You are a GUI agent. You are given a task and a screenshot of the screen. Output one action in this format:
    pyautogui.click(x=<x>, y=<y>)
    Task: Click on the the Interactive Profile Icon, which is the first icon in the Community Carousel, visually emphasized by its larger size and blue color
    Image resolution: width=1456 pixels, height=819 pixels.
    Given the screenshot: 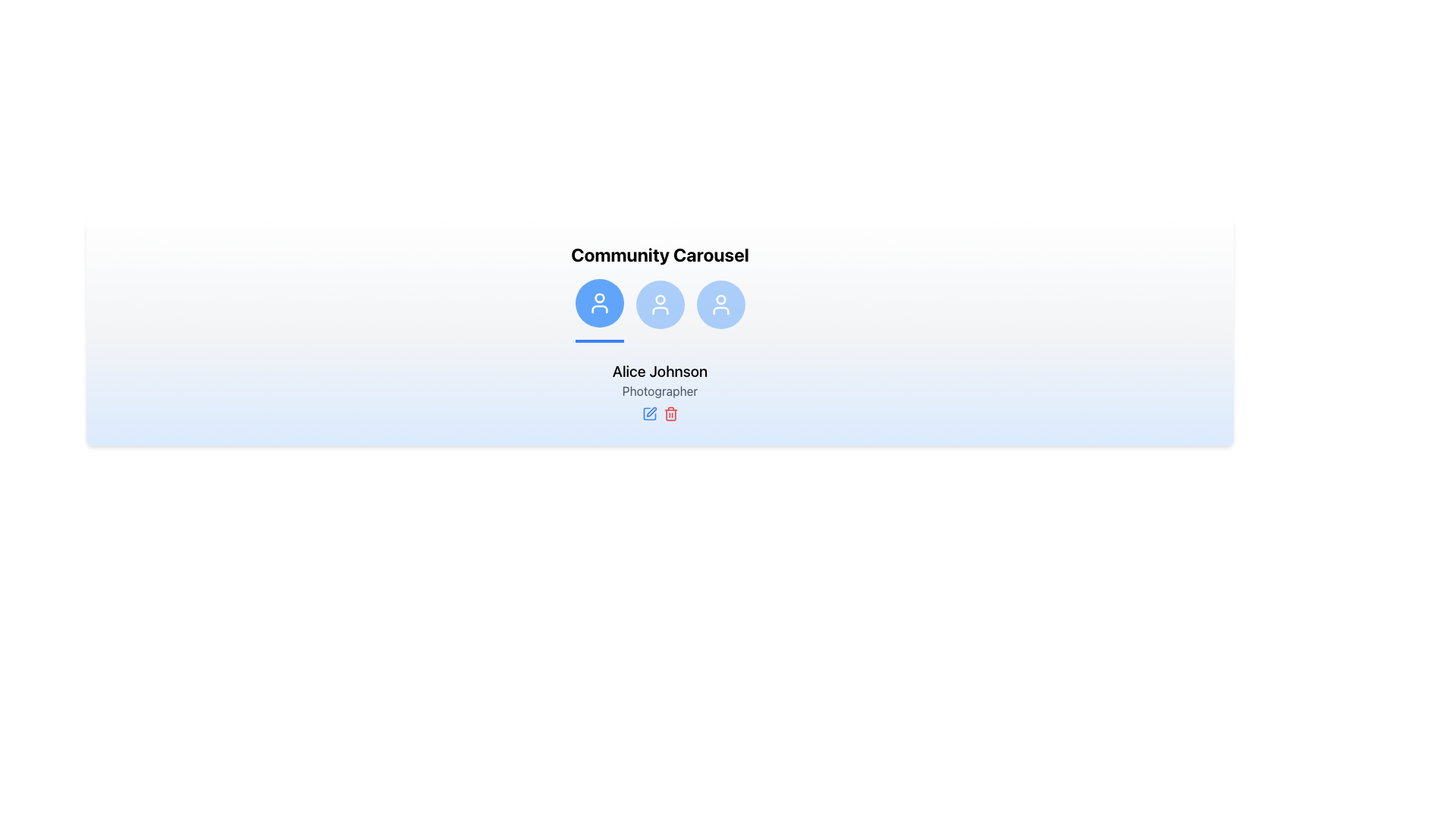 What is the action you would take?
    pyautogui.click(x=598, y=303)
    